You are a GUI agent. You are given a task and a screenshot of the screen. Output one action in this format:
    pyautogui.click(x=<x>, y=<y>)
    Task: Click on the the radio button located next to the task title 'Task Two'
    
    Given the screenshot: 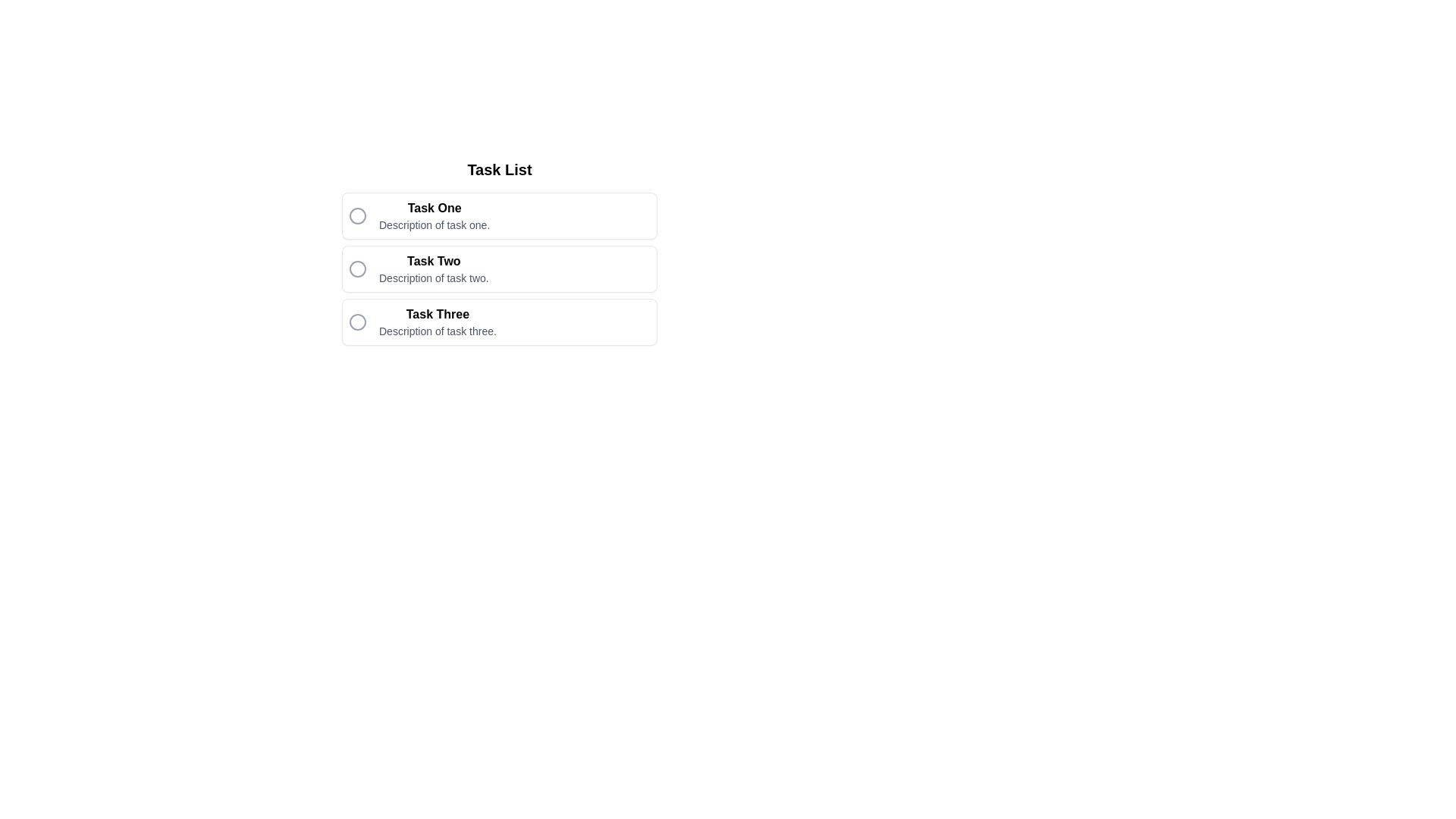 What is the action you would take?
    pyautogui.click(x=356, y=268)
    